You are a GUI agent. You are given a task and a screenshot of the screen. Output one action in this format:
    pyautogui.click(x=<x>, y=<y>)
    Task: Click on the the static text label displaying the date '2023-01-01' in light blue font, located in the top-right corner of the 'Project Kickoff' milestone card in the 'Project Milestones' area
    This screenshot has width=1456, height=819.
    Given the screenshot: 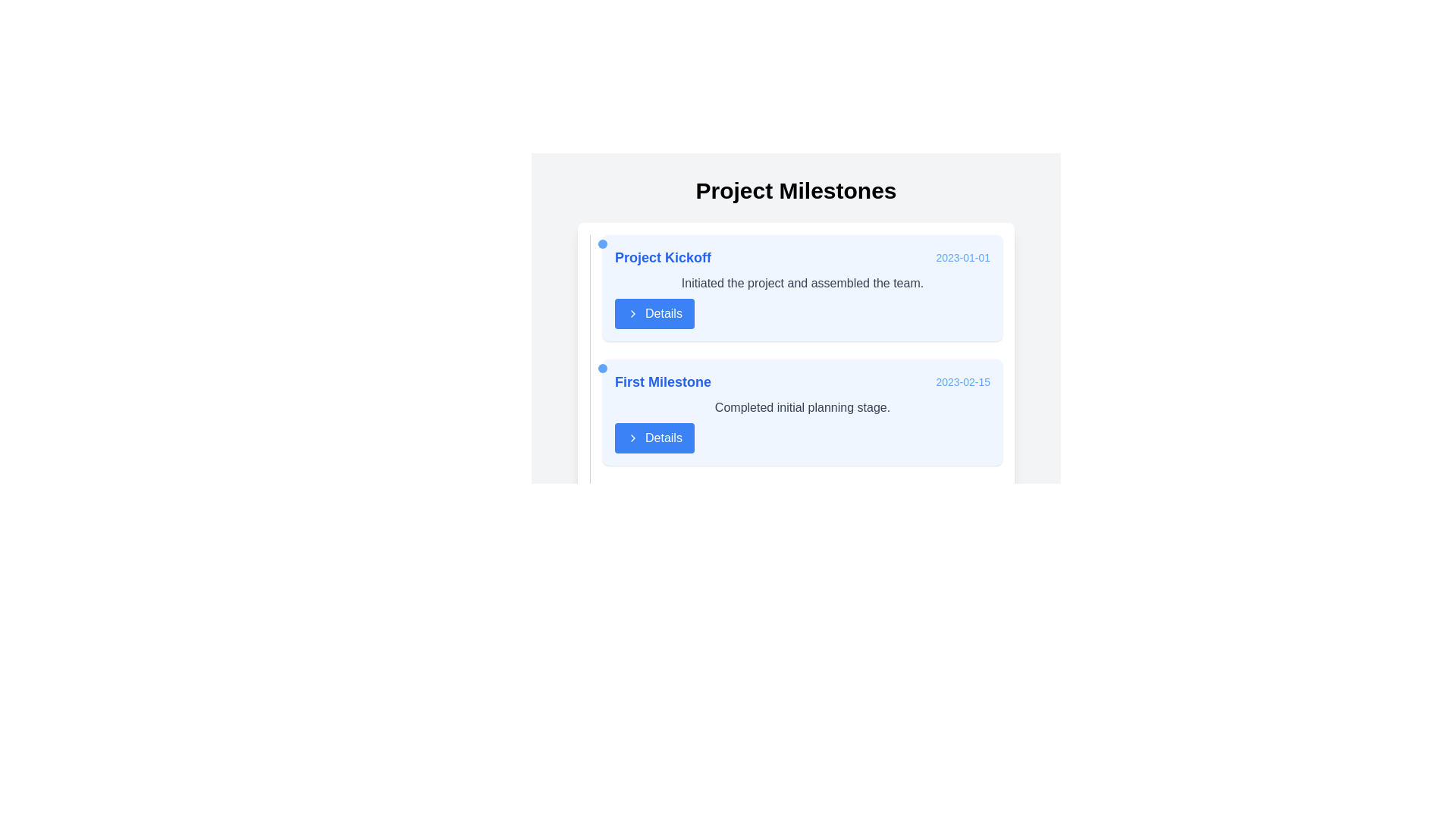 What is the action you would take?
    pyautogui.click(x=962, y=256)
    